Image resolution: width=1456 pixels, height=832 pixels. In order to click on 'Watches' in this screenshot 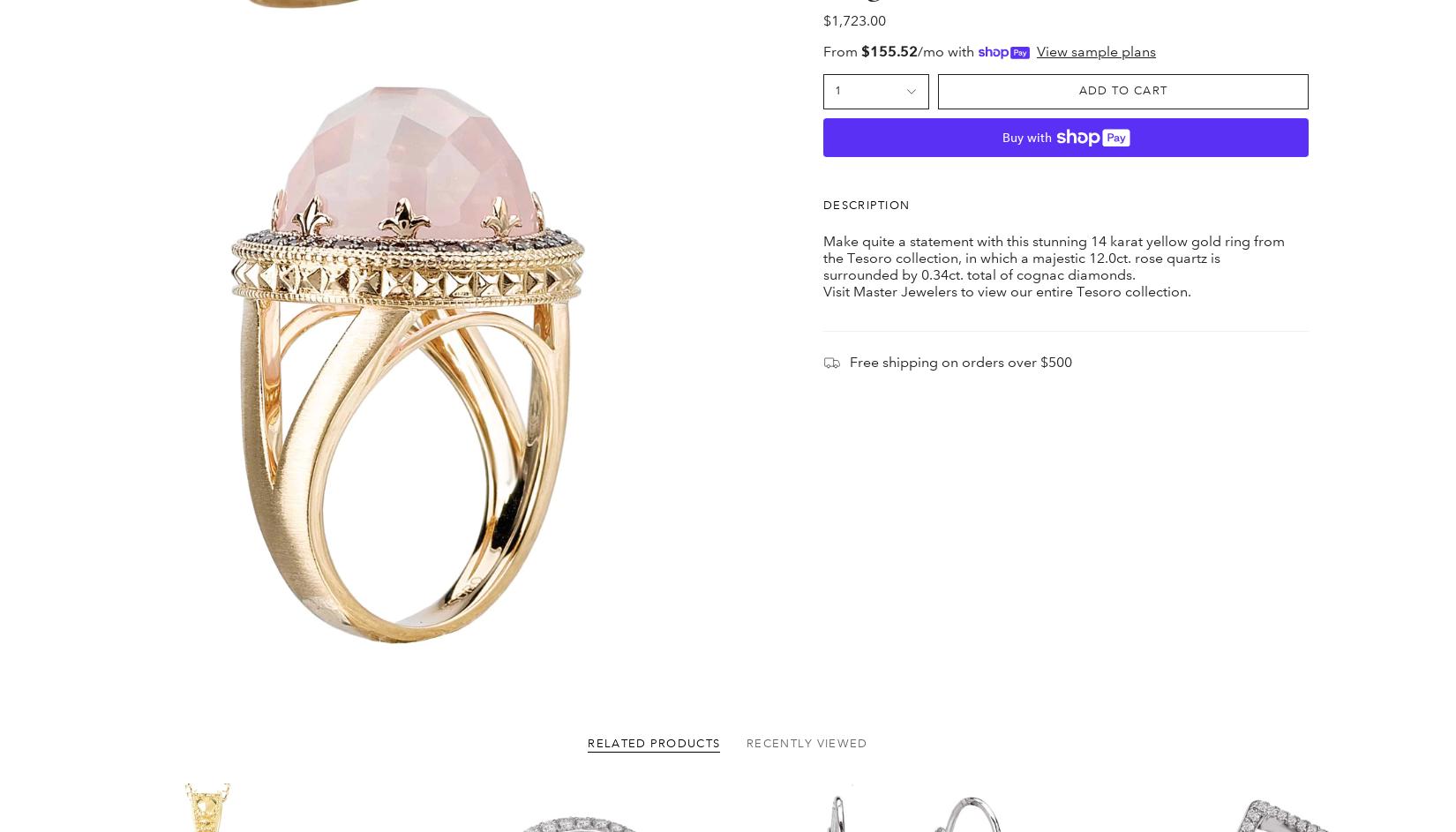, I will do `click(508, 765)`.